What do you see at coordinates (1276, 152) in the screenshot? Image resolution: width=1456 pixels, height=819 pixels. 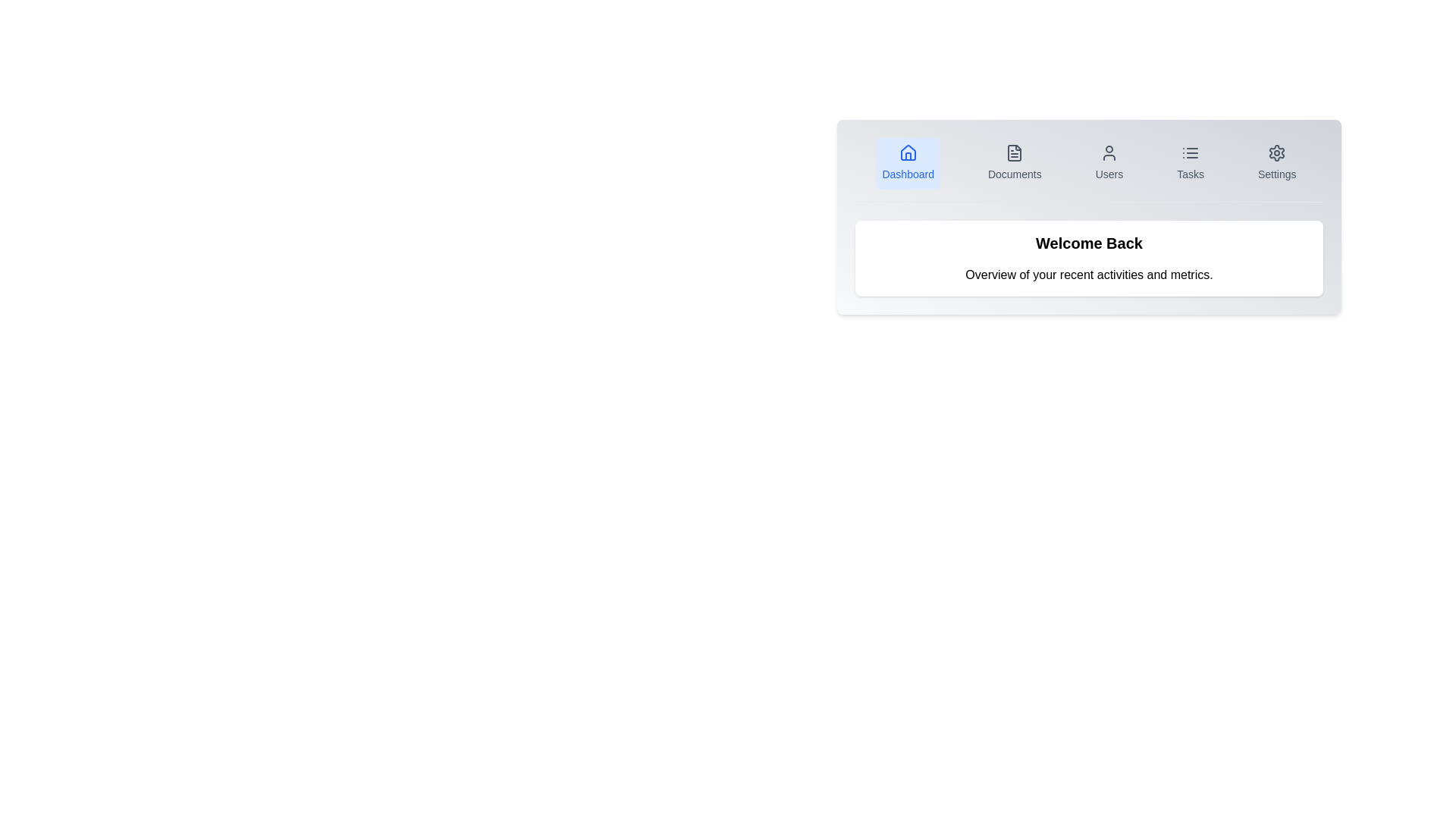 I see `the settings icon located in the top-right corner of the navigation bar` at bounding box center [1276, 152].